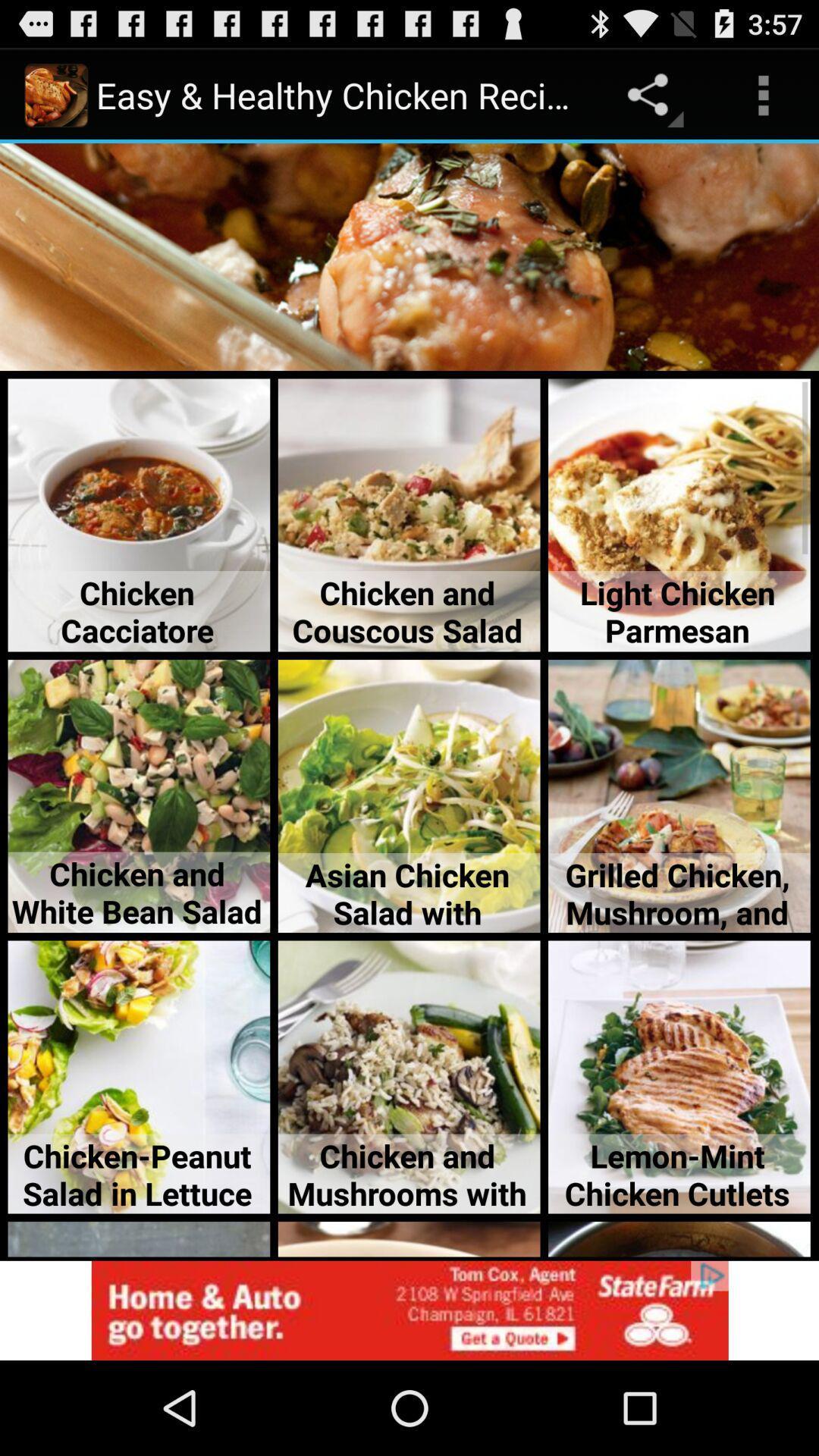 The height and width of the screenshot is (1456, 819). Describe the element at coordinates (409, 1310) in the screenshot. I see `advertisement` at that location.